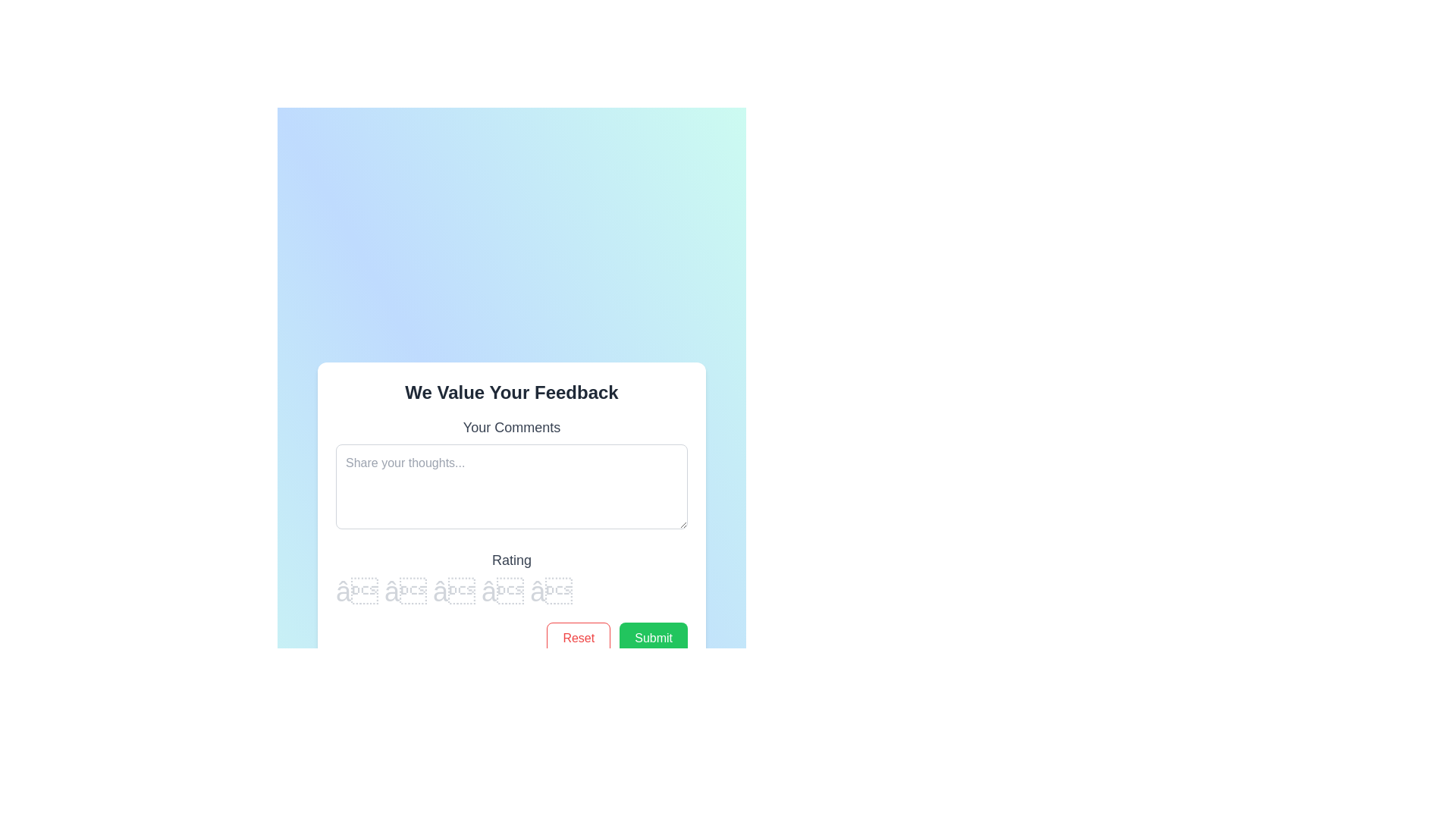 The height and width of the screenshot is (819, 1456). I want to click on the reset button located at the bottom-right of the feedback form, so click(578, 638).